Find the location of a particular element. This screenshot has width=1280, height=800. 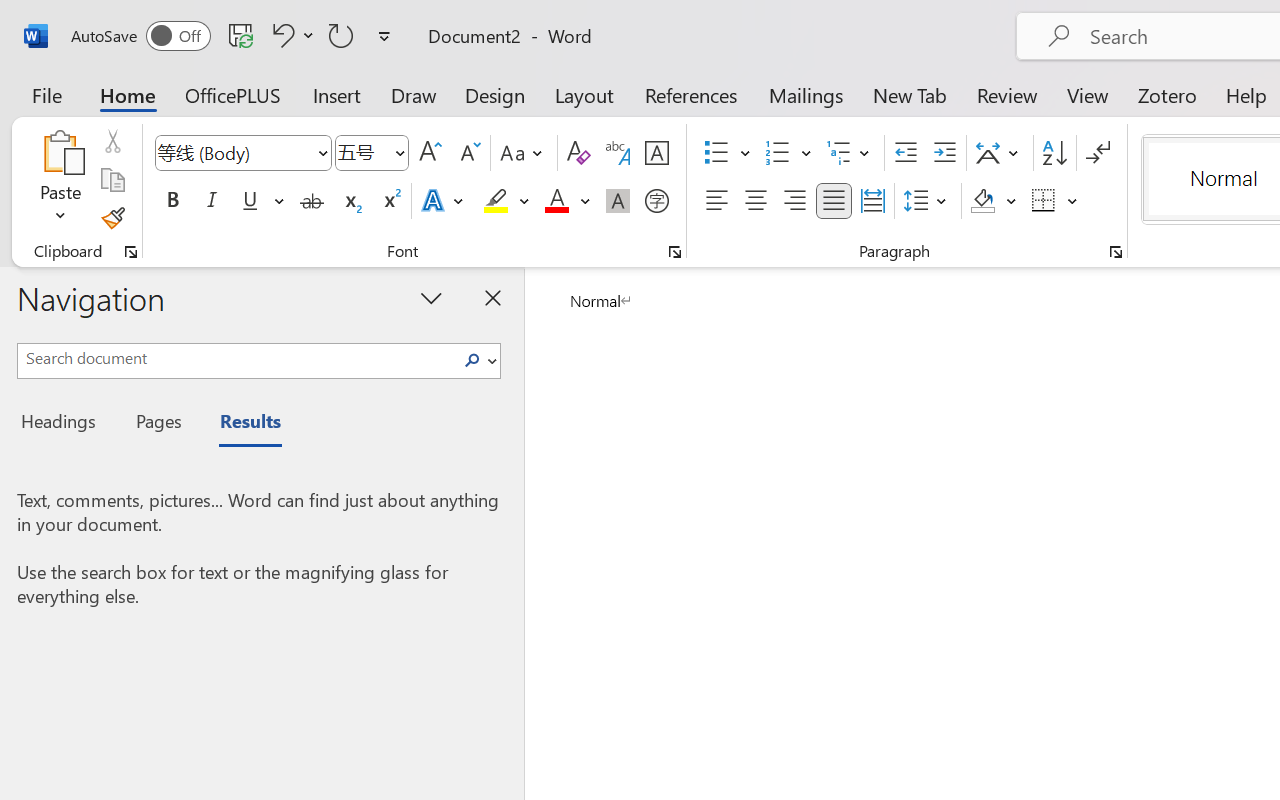

'Undo Apply Quick Style' is located at coordinates (279, 34).